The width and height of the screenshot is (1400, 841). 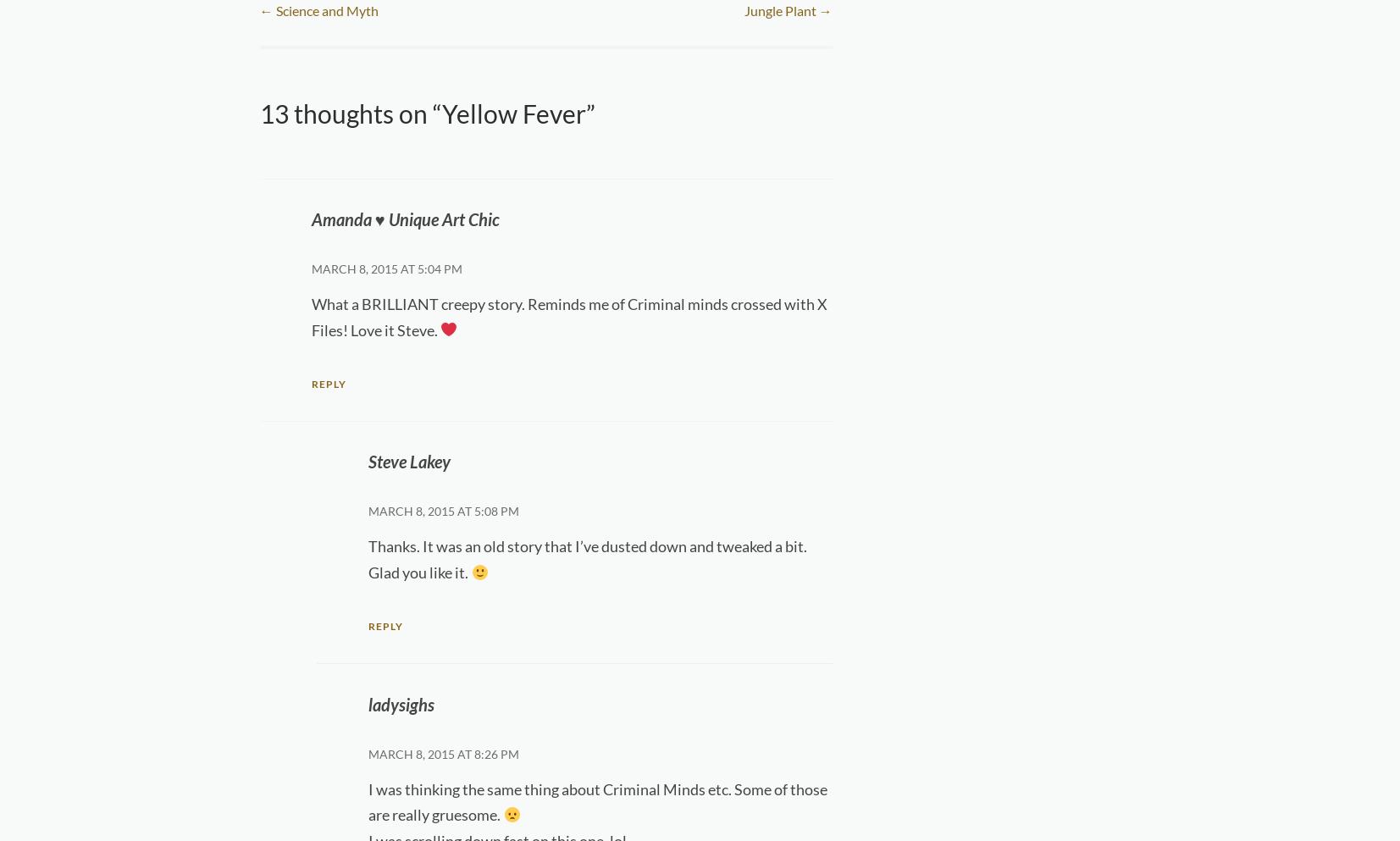 What do you see at coordinates (567, 316) in the screenshot?
I see `'What a BRILLIANT creepy story. Reminds me of Criminal minds crossed with X Files! Love it Steve.'` at bounding box center [567, 316].